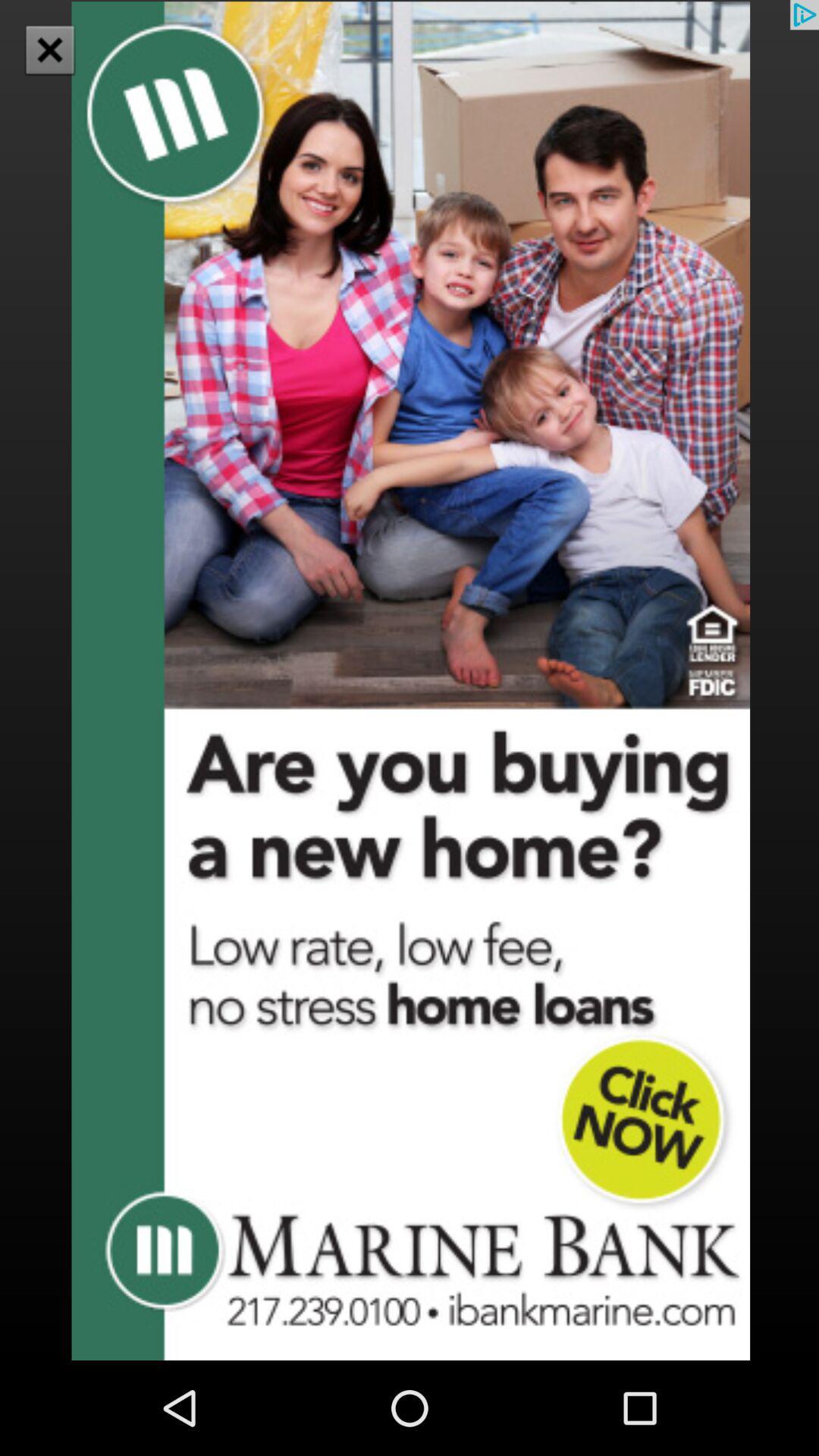  What do you see at coordinates (49, 53) in the screenshot?
I see `the close icon` at bounding box center [49, 53].